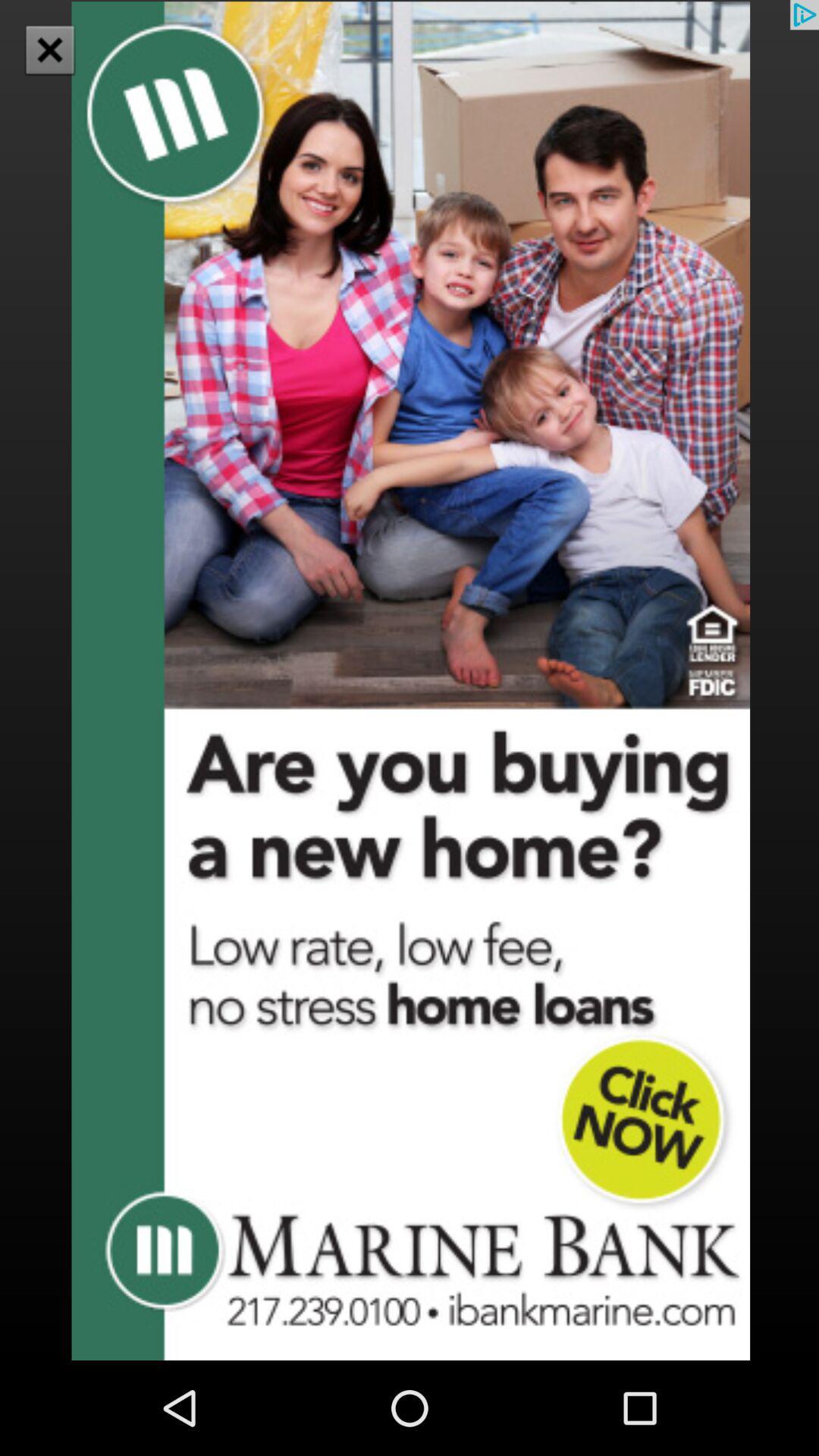  What do you see at coordinates (49, 53) in the screenshot?
I see `the close icon` at bounding box center [49, 53].